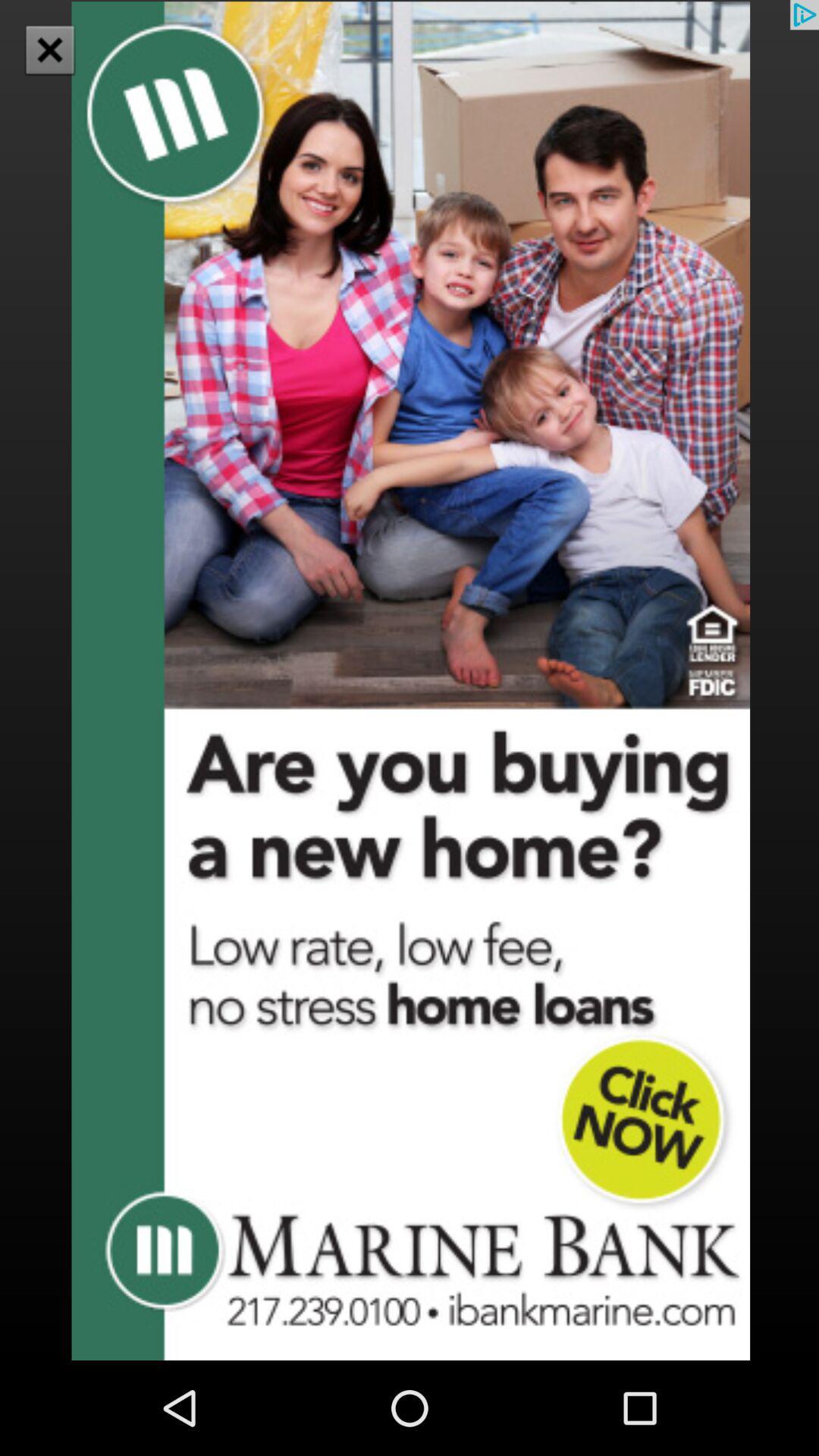  What do you see at coordinates (49, 53) in the screenshot?
I see `the close icon` at bounding box center [49, 53].